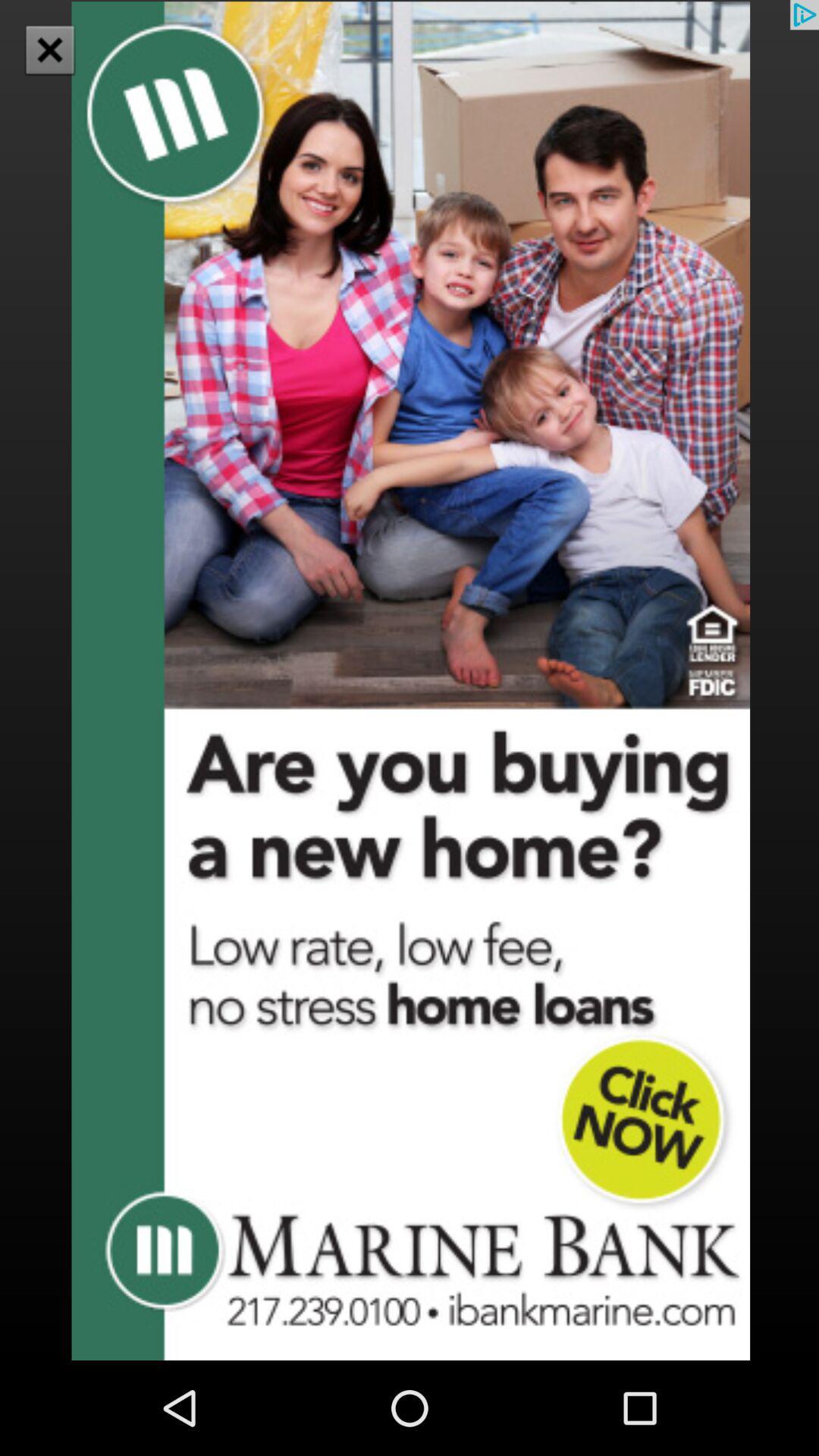  What do you see at coordinates (49, 53) in the screenshot?
I see `the close icon` at bounding box center [49, 53].